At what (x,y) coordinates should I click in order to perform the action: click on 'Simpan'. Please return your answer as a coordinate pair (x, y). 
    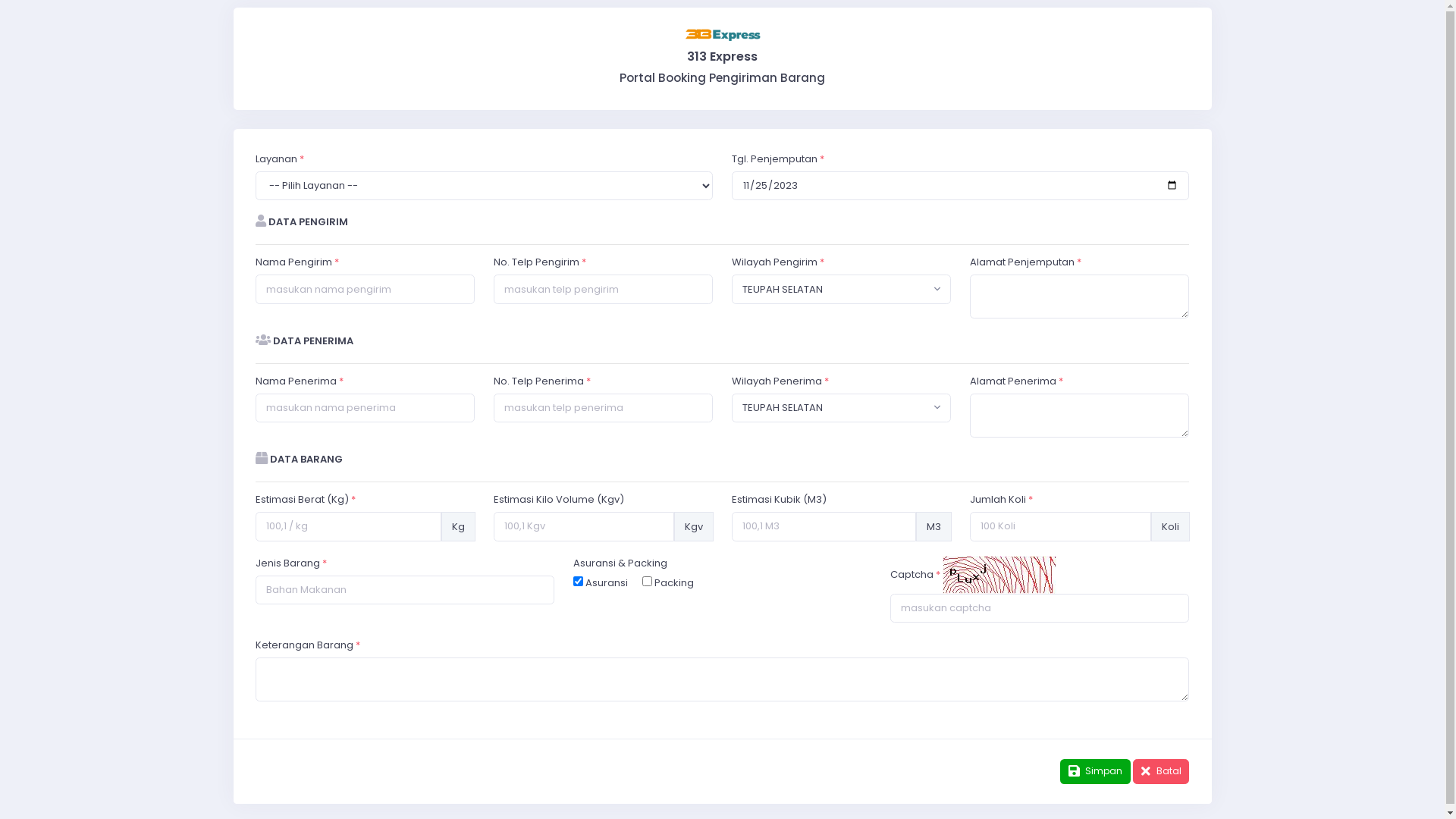
    Looking at the image, I should click on (1095, 771).